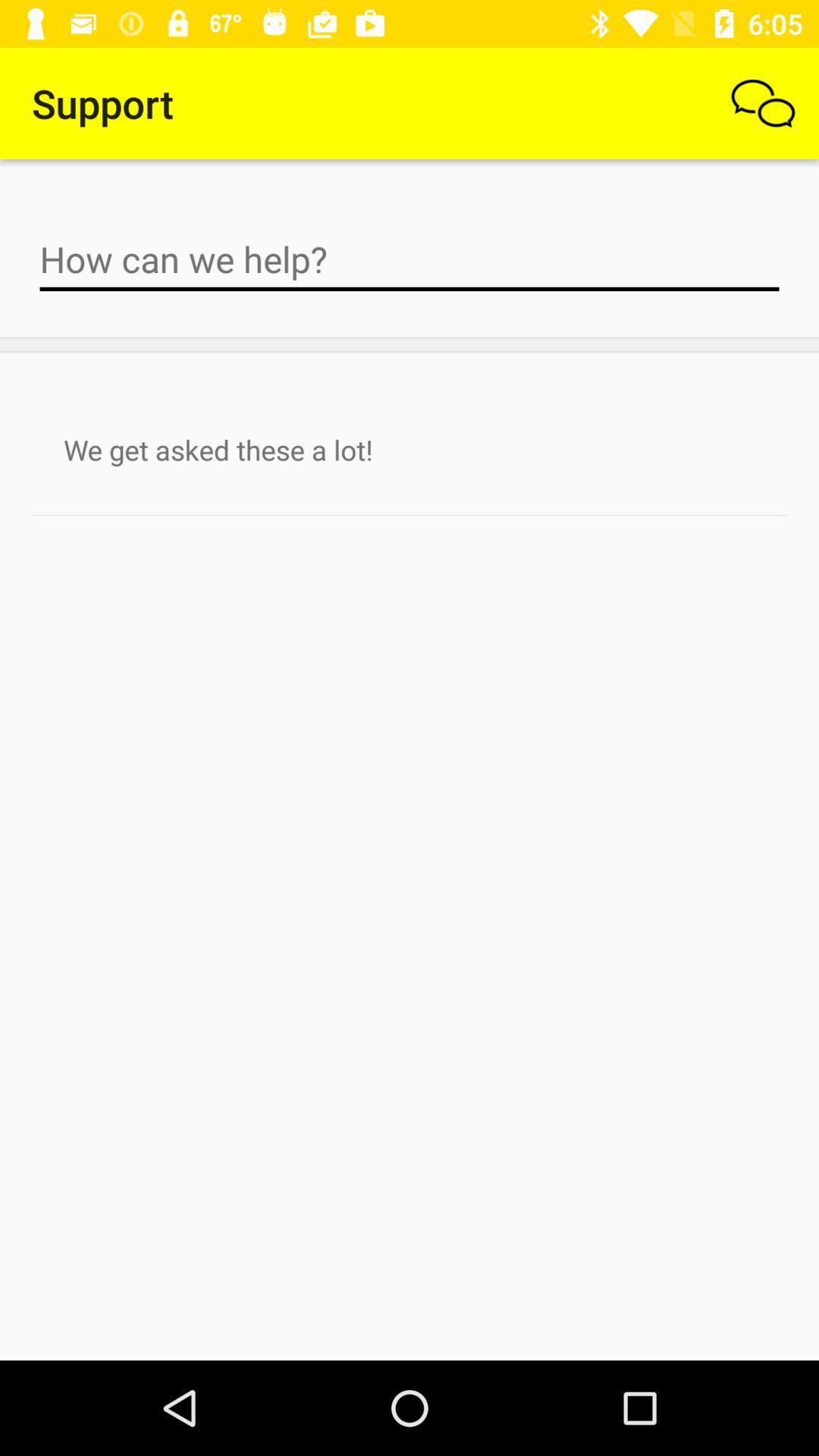 The image size is (819, 1456). I want to click on the app next to support app, so click(763, 102).